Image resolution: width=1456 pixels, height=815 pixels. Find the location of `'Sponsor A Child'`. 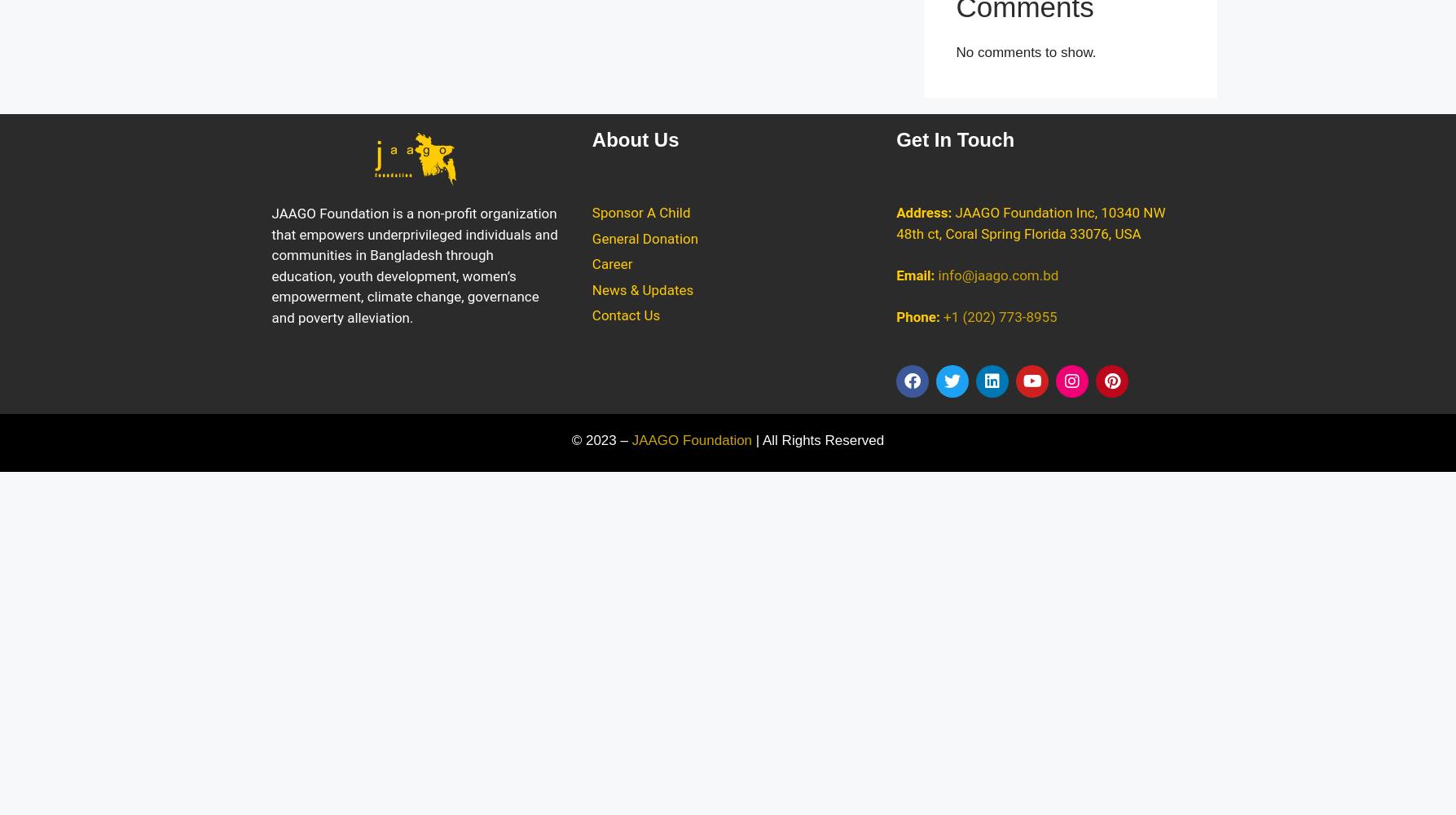

'Sponsor A Child' is located at coordinates (640, 213).